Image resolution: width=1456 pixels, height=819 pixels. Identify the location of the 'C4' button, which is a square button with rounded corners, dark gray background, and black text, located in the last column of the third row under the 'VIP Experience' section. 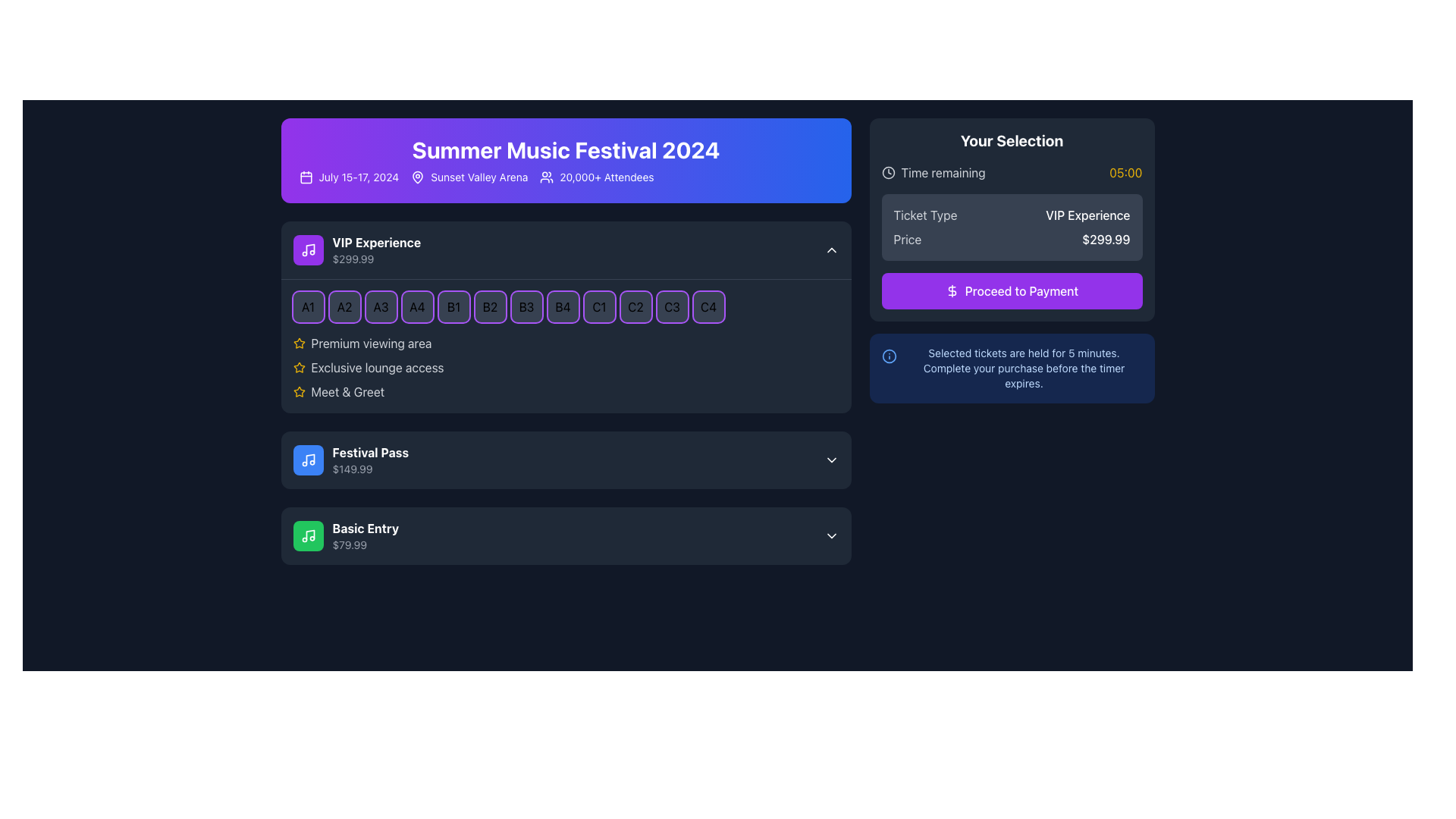
(708, 307).